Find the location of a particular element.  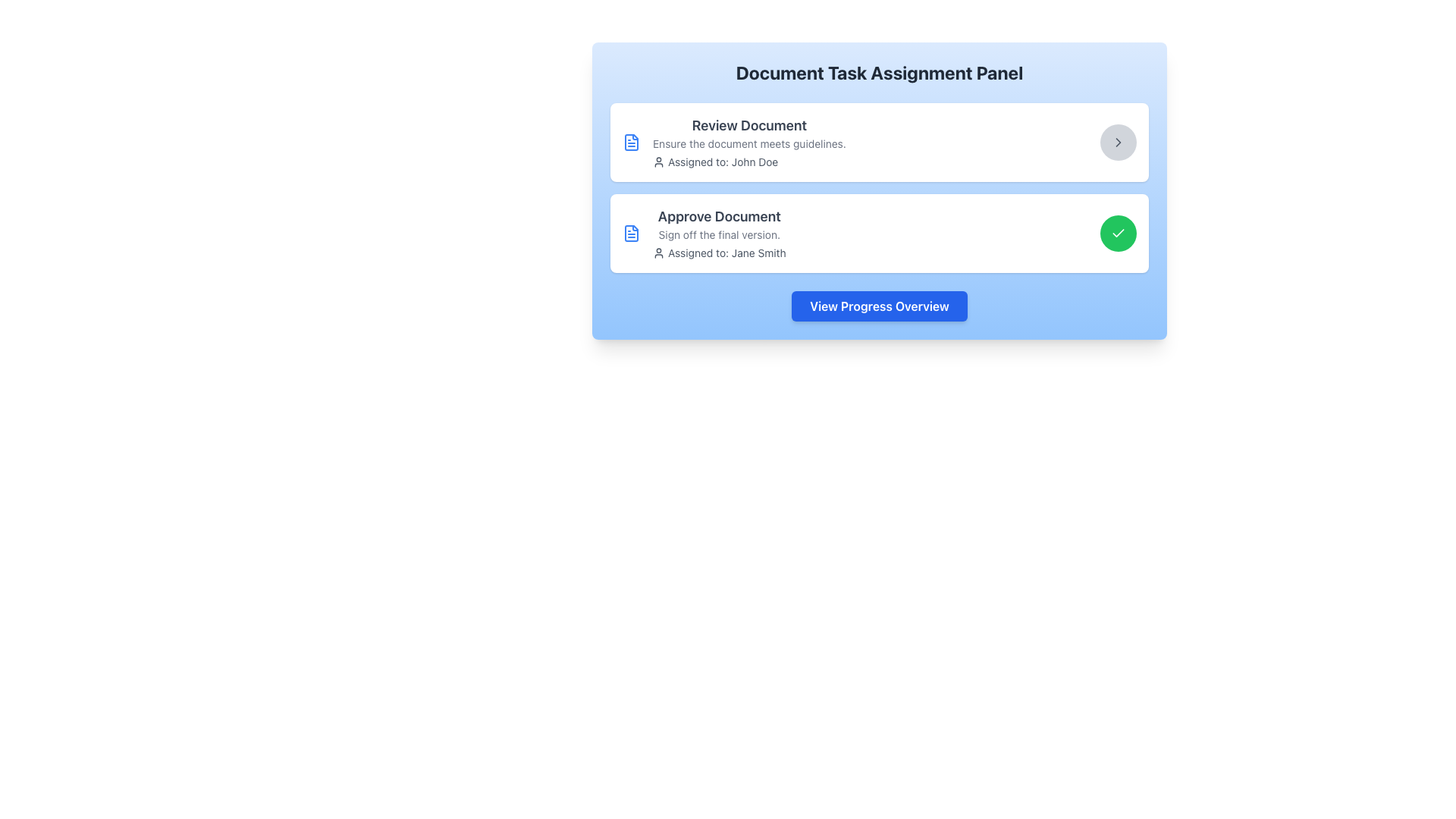

the Chevron/Arrow icon located at the top-right corner of the 'Review Document' task card, which indicates navigation or expansion is located at coordinates (1118, 143).